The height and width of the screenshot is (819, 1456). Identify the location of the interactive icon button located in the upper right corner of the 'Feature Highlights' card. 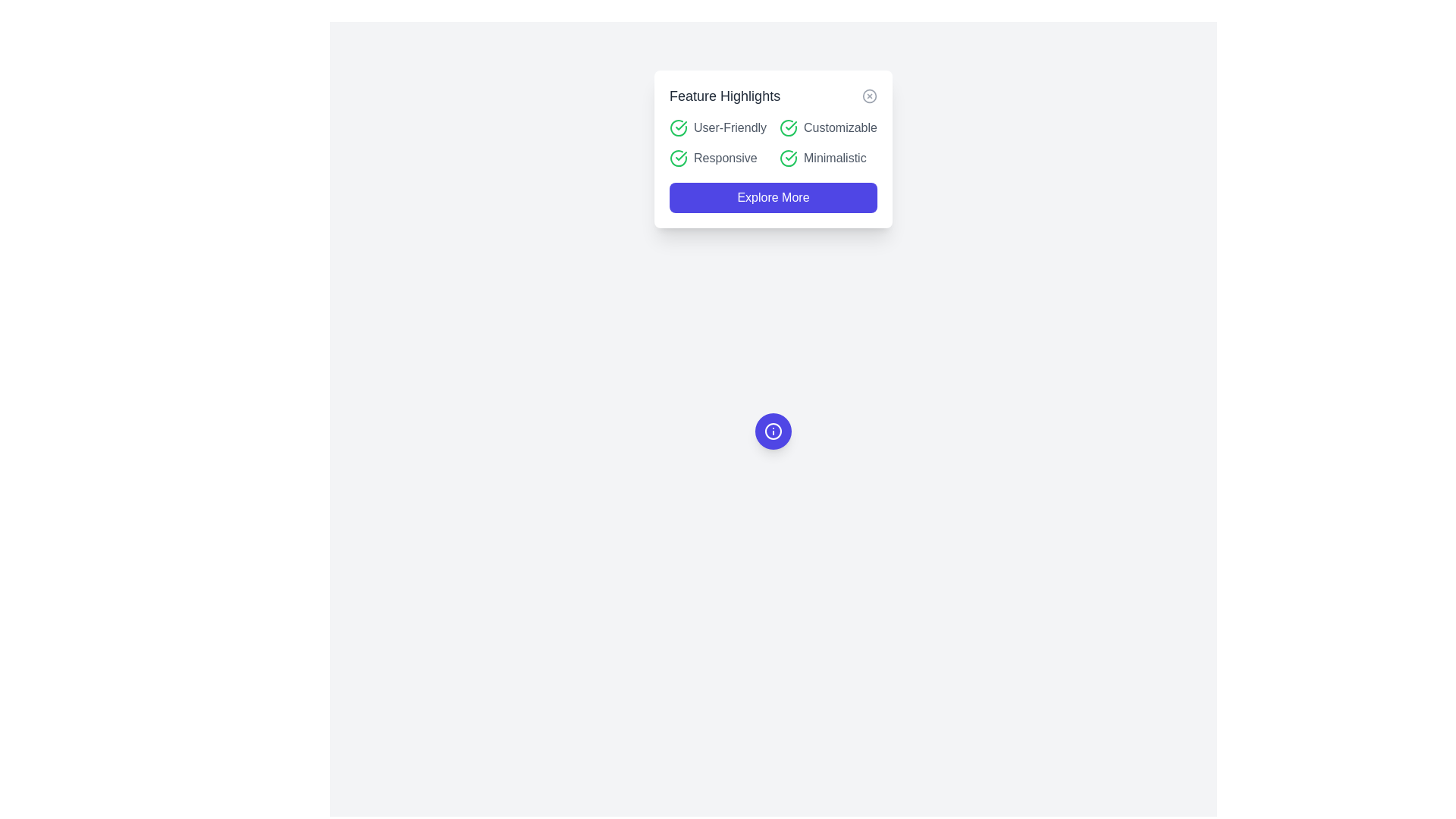
(870, 96).